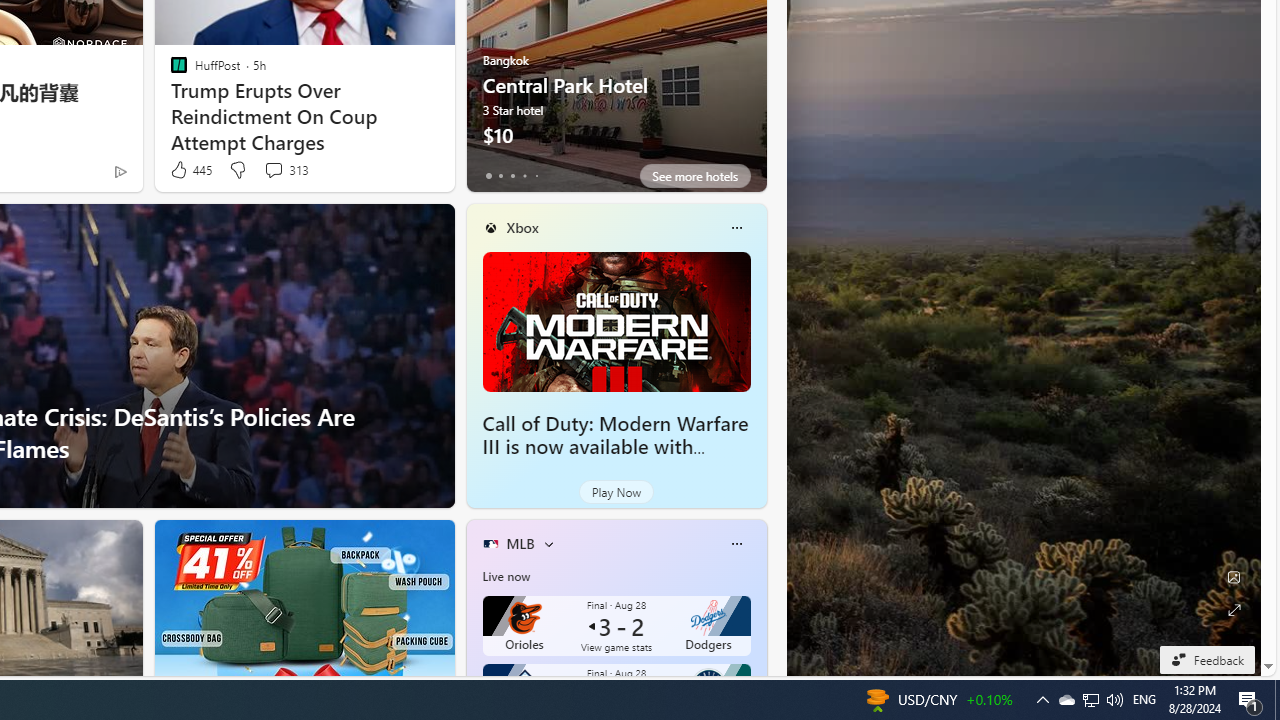 This screenshot has width=1280, height=720. What do you see at coordinates (1232, 577) in the screenshot?
I see `'Edit Background'` at bounding box center [1232, 577].